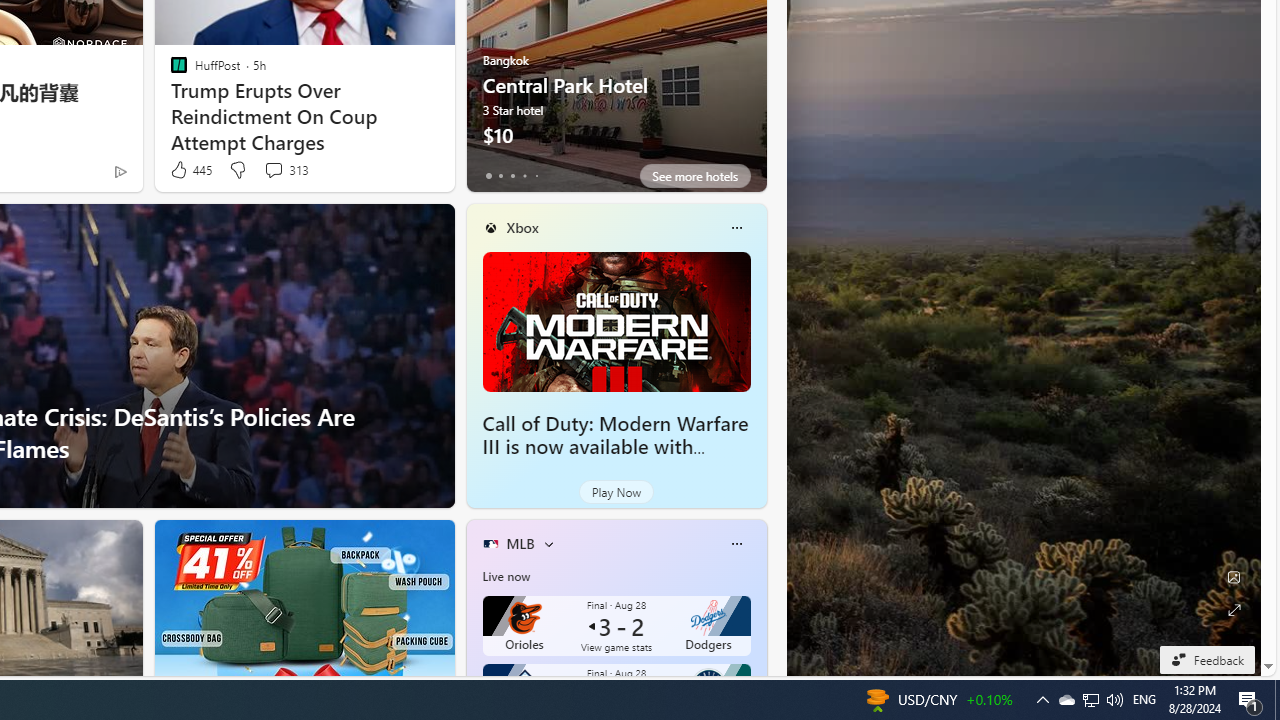 This screenshot has width=1280, height=720. What do you see at coordinates (1232, 577) in the screenshot?
I see `'Edit Background'` at bounding box center [1232, 577].